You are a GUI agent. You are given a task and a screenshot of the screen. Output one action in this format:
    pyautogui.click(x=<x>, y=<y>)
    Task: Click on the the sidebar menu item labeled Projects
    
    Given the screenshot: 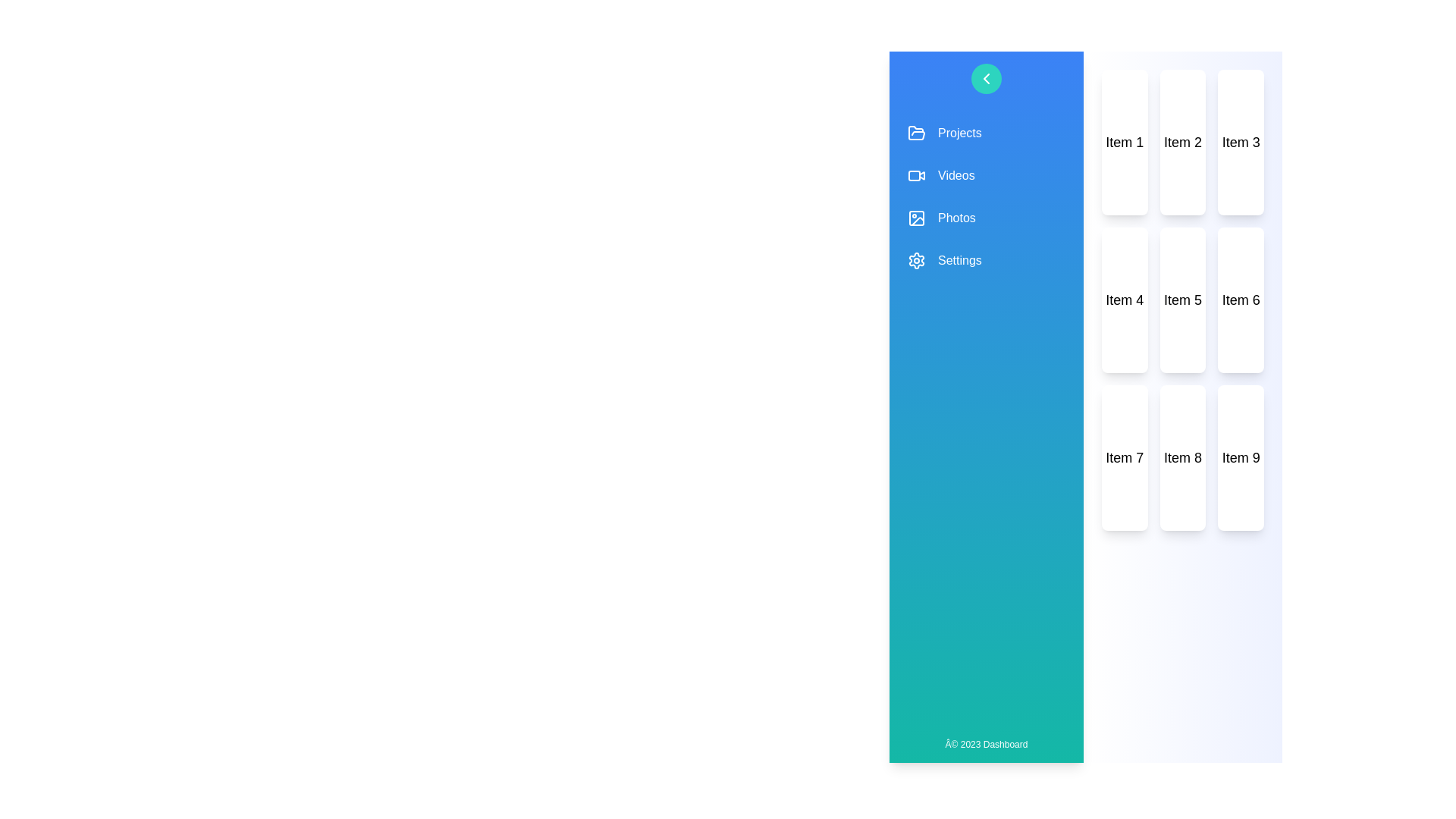 What is the action you would take?
    pyautogui.click(x=986, y=133)
    